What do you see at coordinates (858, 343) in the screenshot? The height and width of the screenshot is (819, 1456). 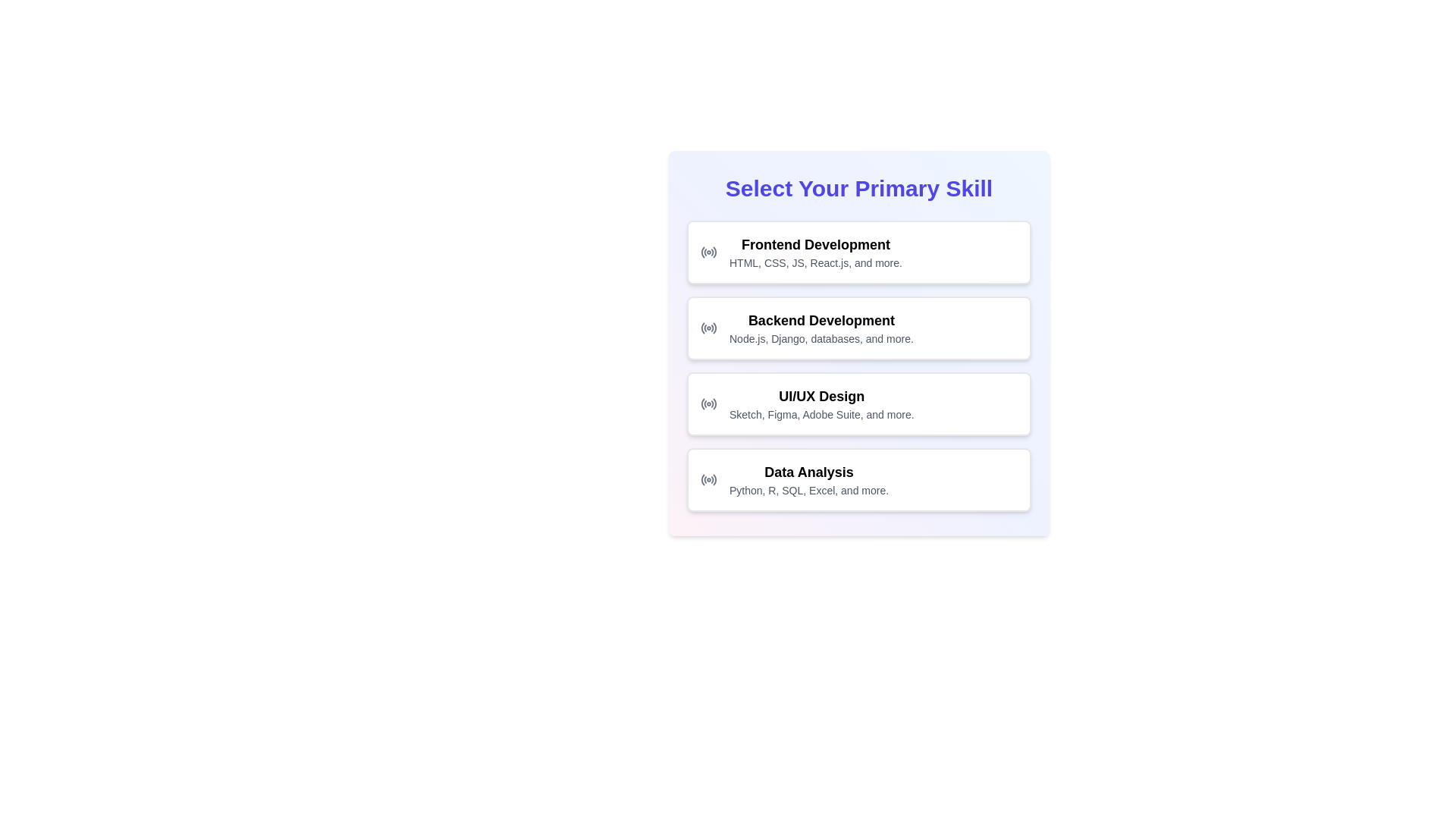 I see `the Selection card titled 'Backend Development', which is the second card in a vertical list of four cards` at bounding box center [858, 343].